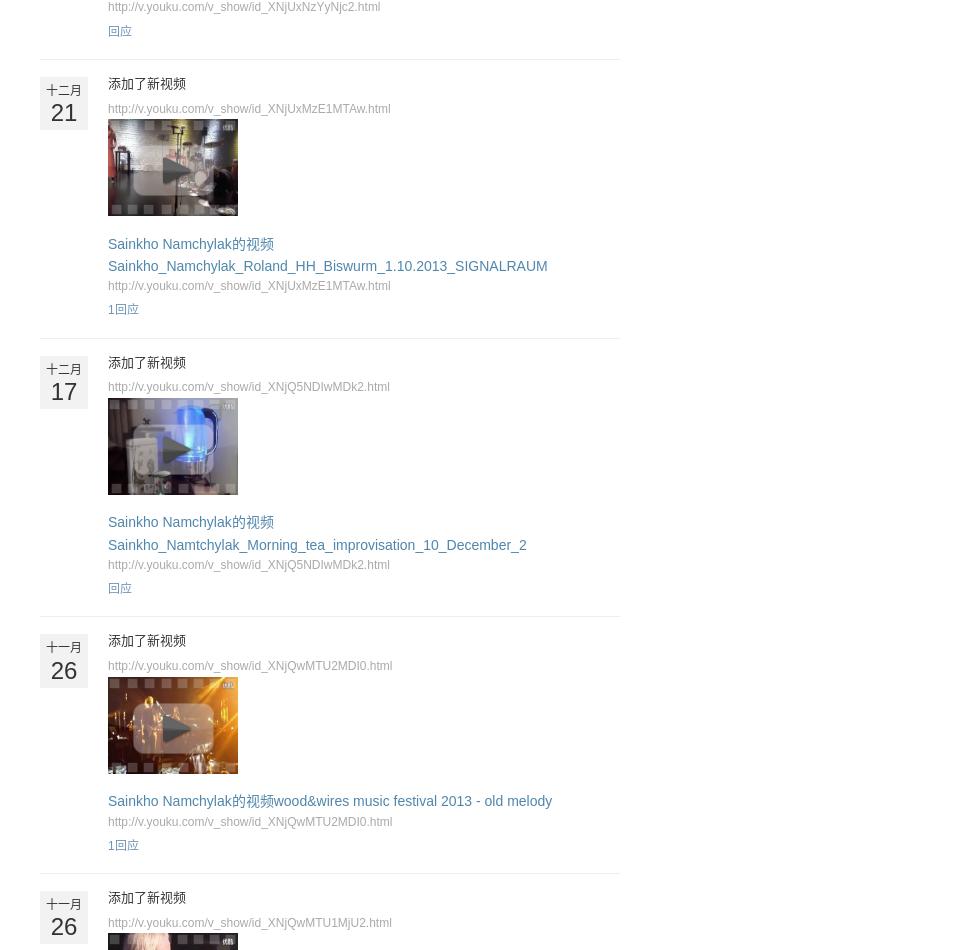 This screenshot has width=960, height=950. What do you see at coordinates (243, 7) in the screenshot?
I see `'http://v.youku.com/v_show/id_XNjUxNzYyNjc2.html'` at bounding box center [243, 7].